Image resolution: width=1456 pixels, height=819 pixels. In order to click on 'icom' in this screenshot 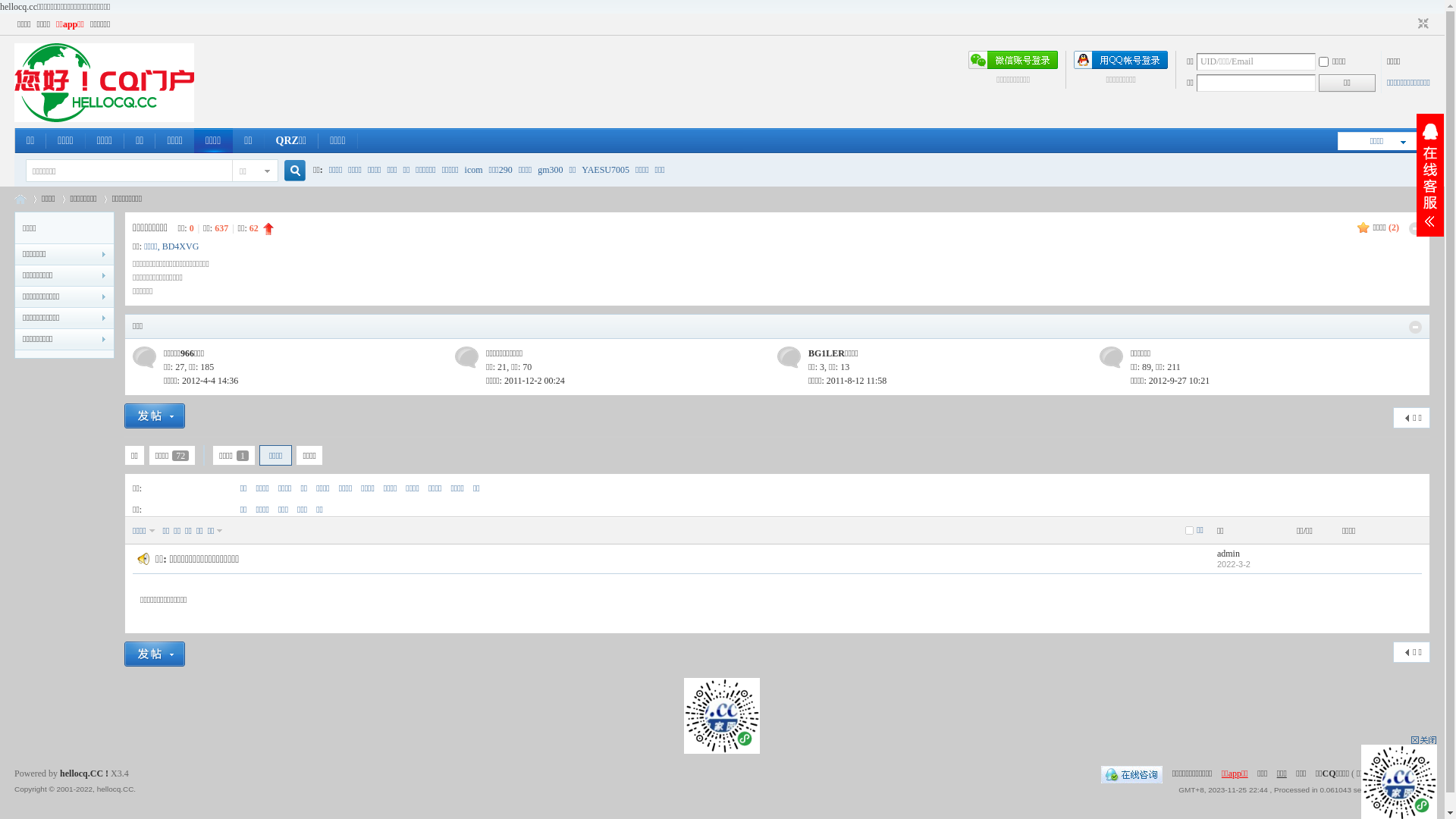, I will do `click(472, 169)`.